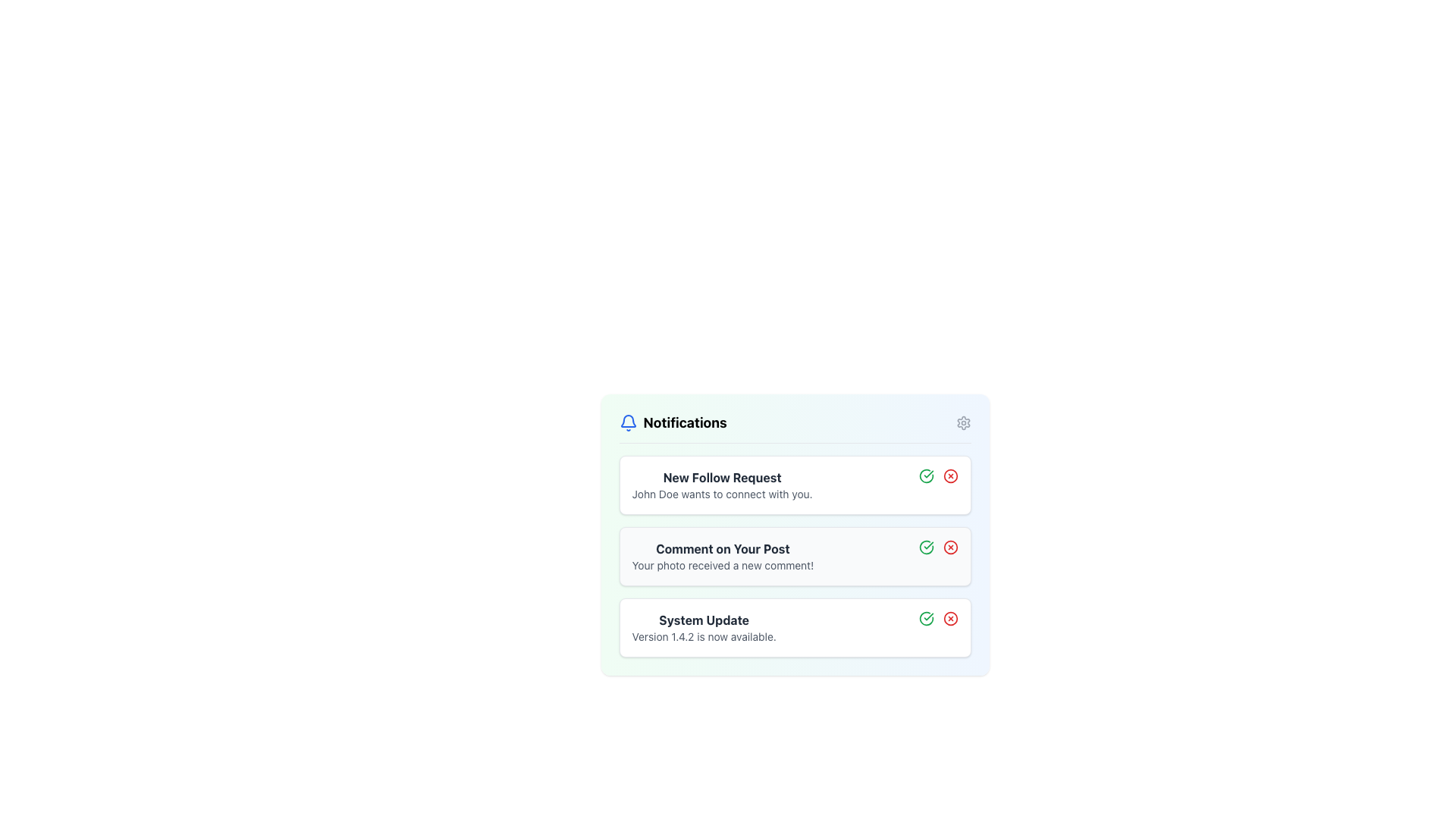  What do you see at coordinates (722, 565) in the screenshot?
I see `message content of the text label indicating a new comment on the user's photo, which is centrally aligned beneath the header 'Comment on Your Post'` at bounding box center [722, 565].